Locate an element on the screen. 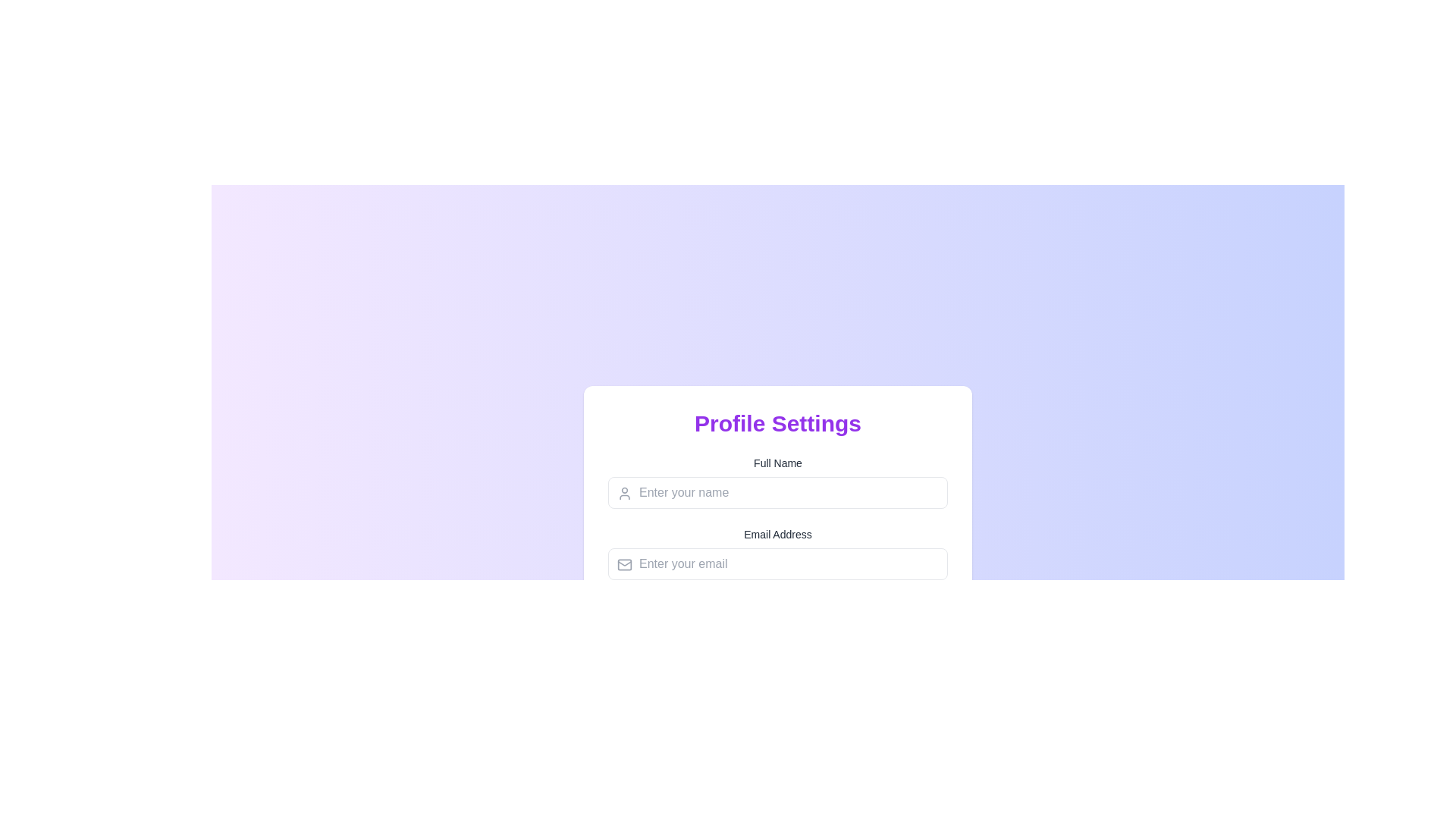 The height and width of the screenshot is (819, 1456). the small, mail-shaped icon with a gray hue located to the left of the email address input field in the form is located at coordinates (625, 564).